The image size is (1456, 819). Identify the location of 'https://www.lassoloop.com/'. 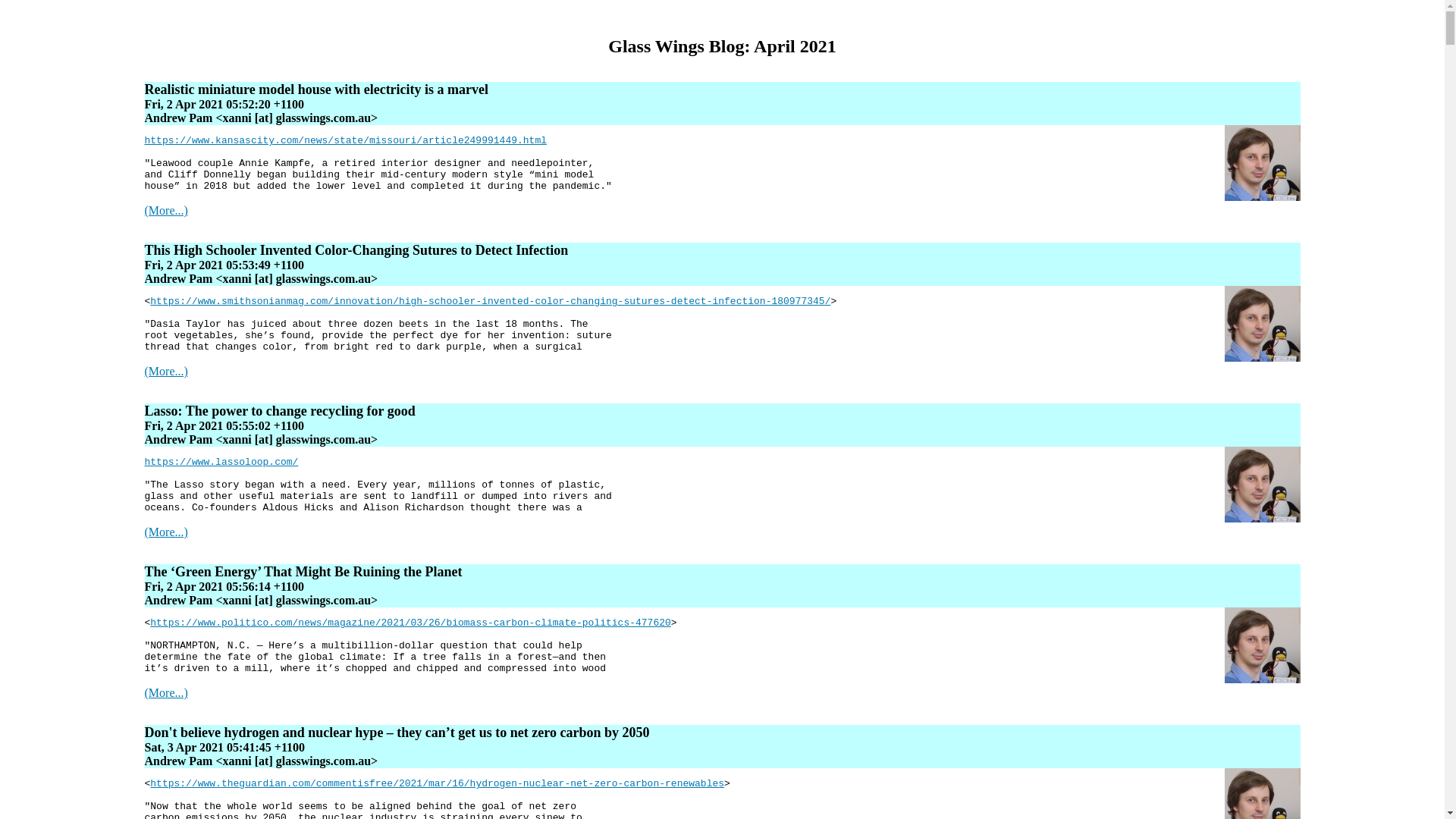
(220, 461).